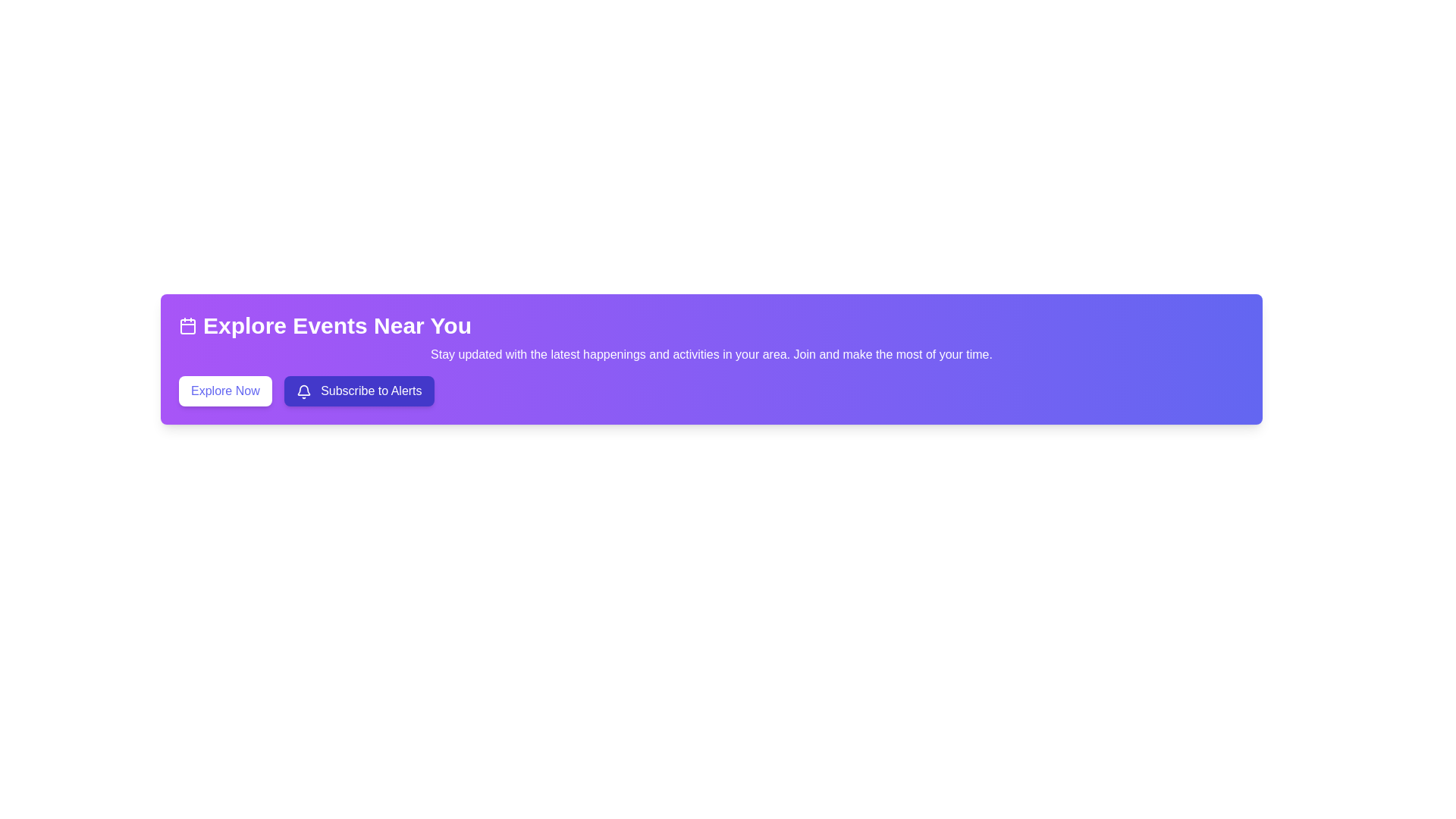 The height and width of the screenshot is (819, 1456). Describe the element at coordinates (187, 325) in the screenshot. I see `the calendar icon located to the left of the text 'Explore Events Near You' in the header section` at that location.